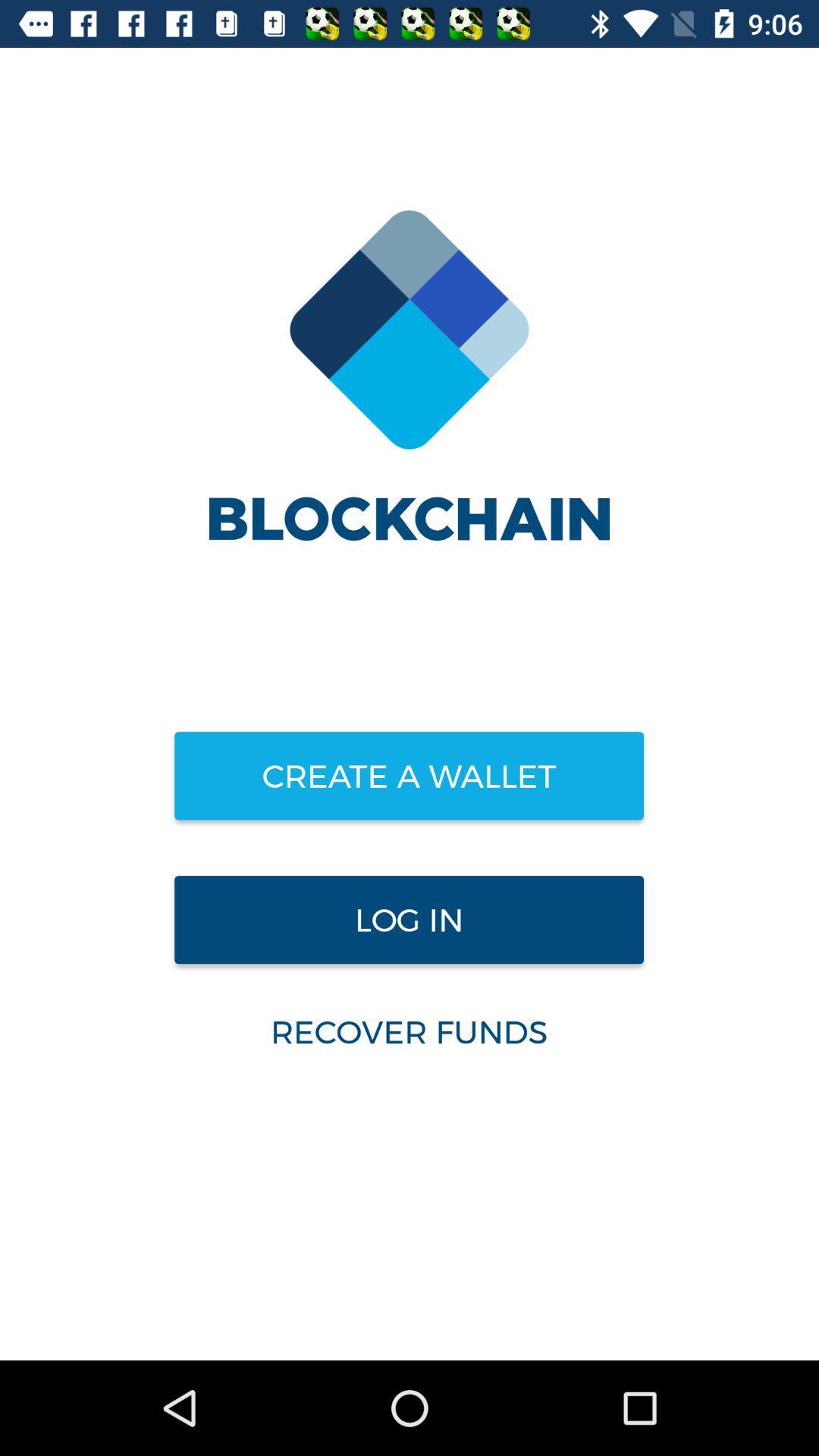 The image size is (819, 1456). What do you see at coordinates (408, 919) in the screenshot?
I see `the icon above the recover funds item` at bounding box center [408, 919].